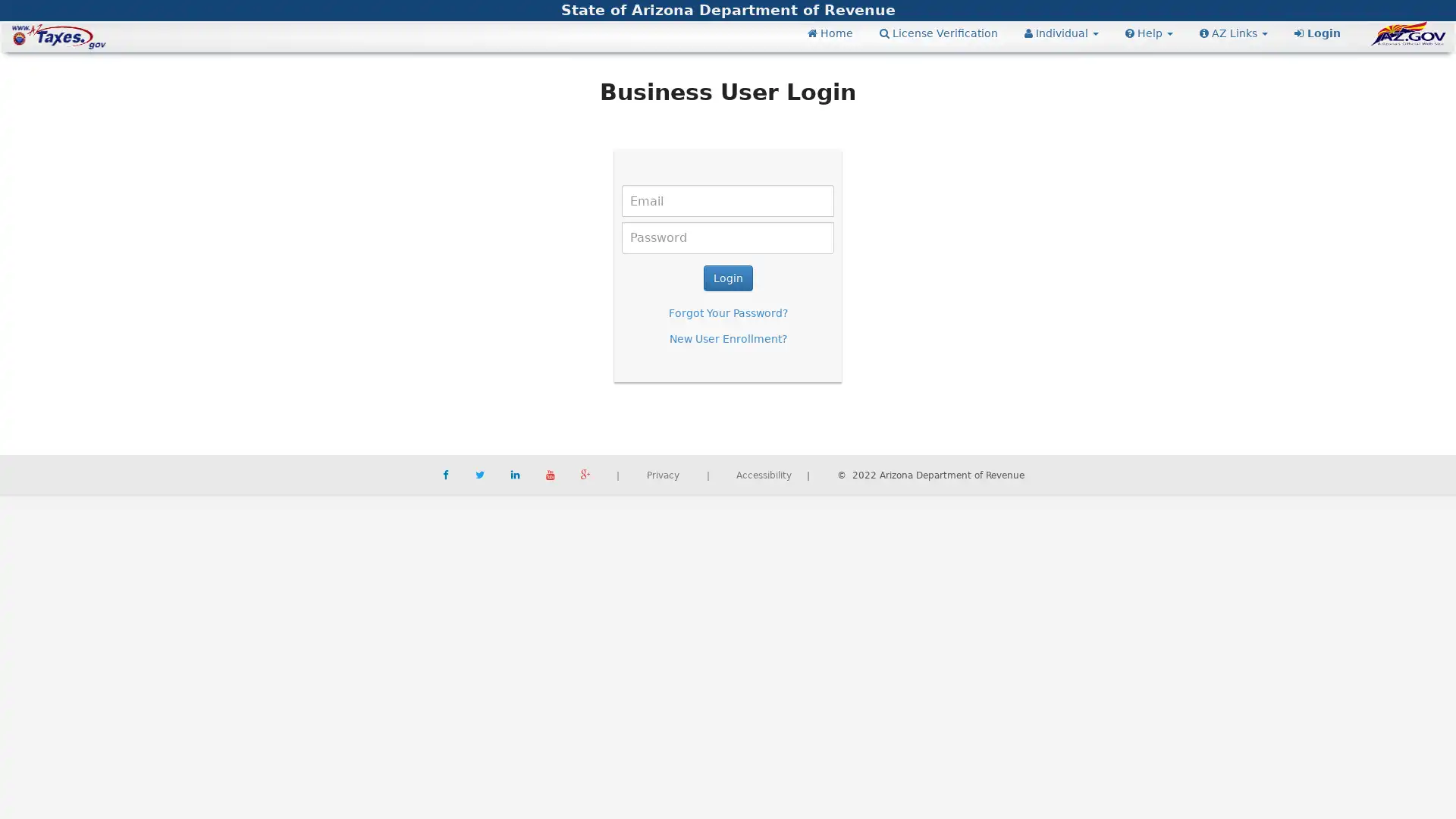 Image resolution: width=1456 pixels, height=819 pixels. Describe the element at coordinates (726, 278) in the screenshot. I see `Login` at that location.